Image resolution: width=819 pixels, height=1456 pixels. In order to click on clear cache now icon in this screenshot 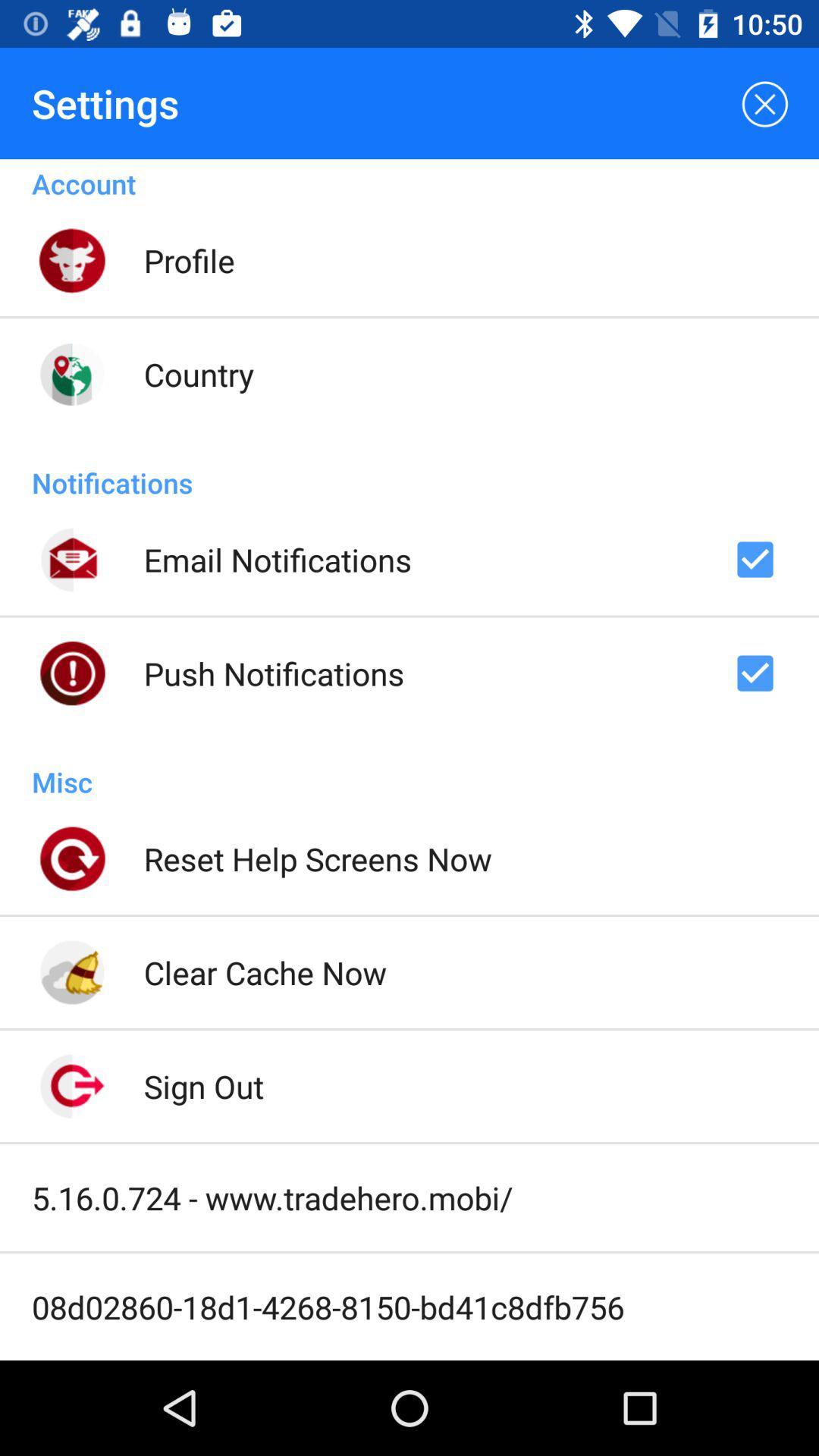, I will do `click(264, 972)`.